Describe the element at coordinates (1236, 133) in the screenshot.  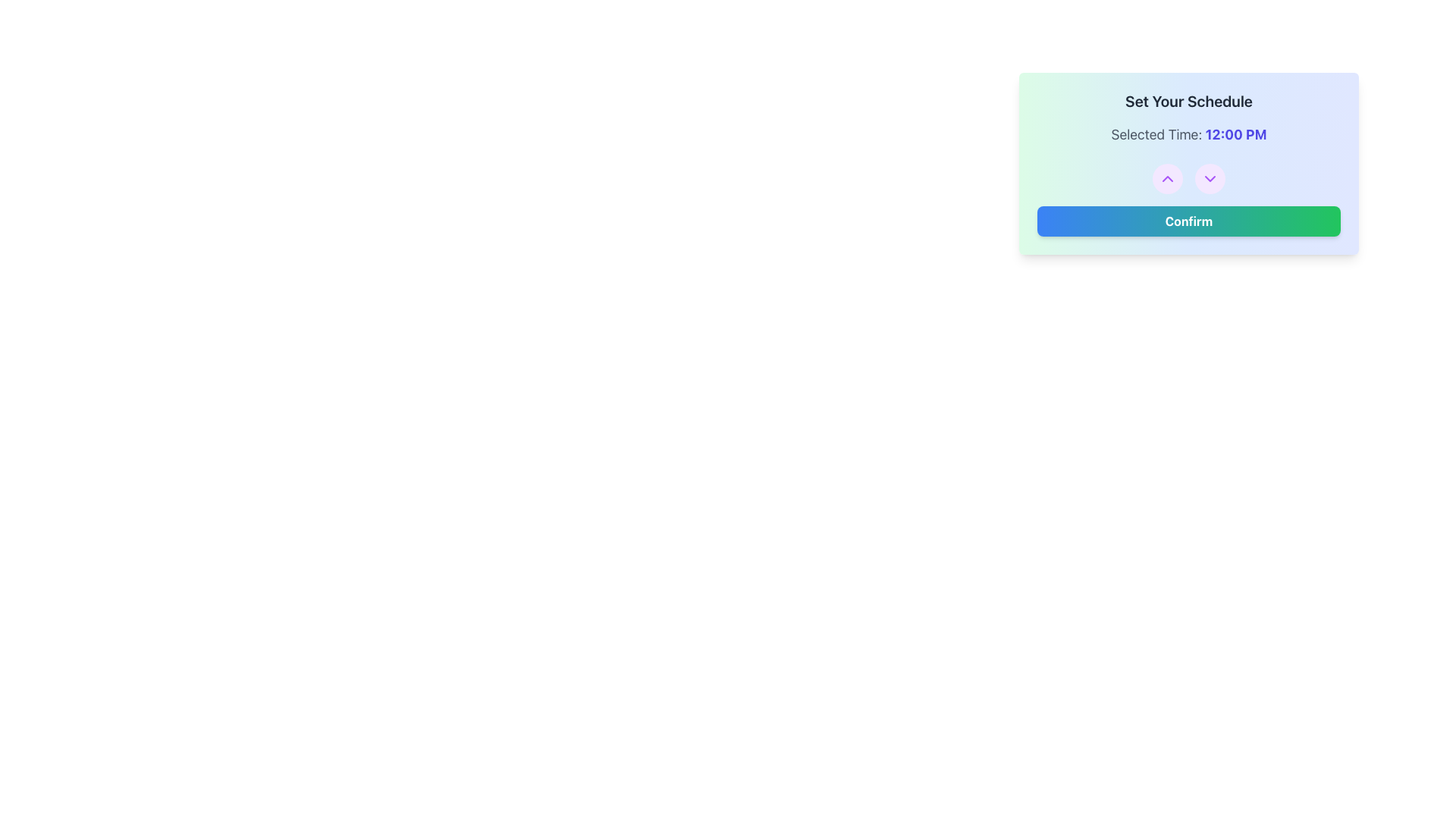
I see `the static text displaying the selected time, which shows '12:00 PM' and is located to the right of the 'Selected Time:' label` at that location.